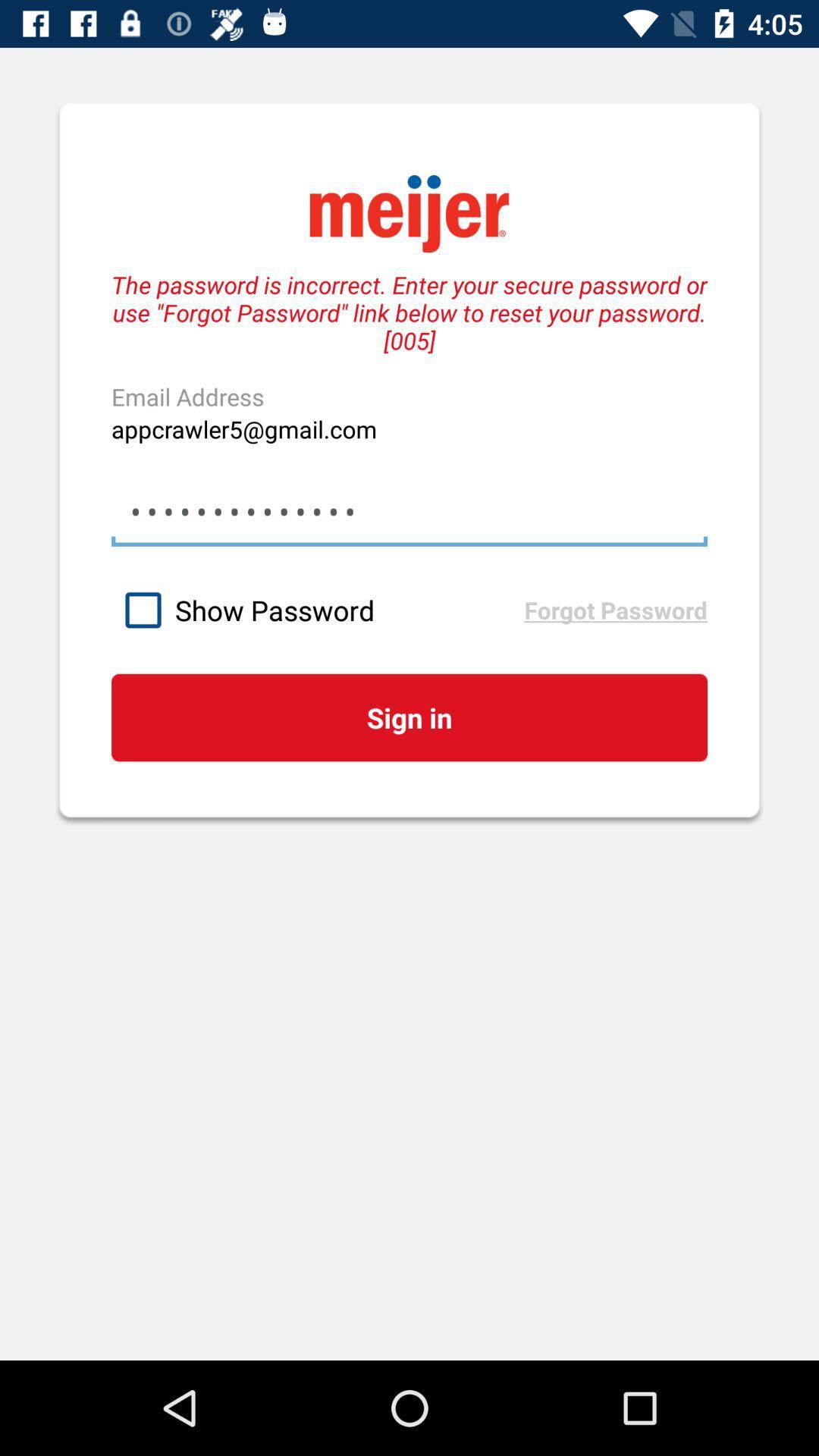 The width and height of the screenshot is (819, 1456). What do you see at coordinates (409, 512) in the screenshot?
I see `icon above show password` at bounding box center [409, 512].